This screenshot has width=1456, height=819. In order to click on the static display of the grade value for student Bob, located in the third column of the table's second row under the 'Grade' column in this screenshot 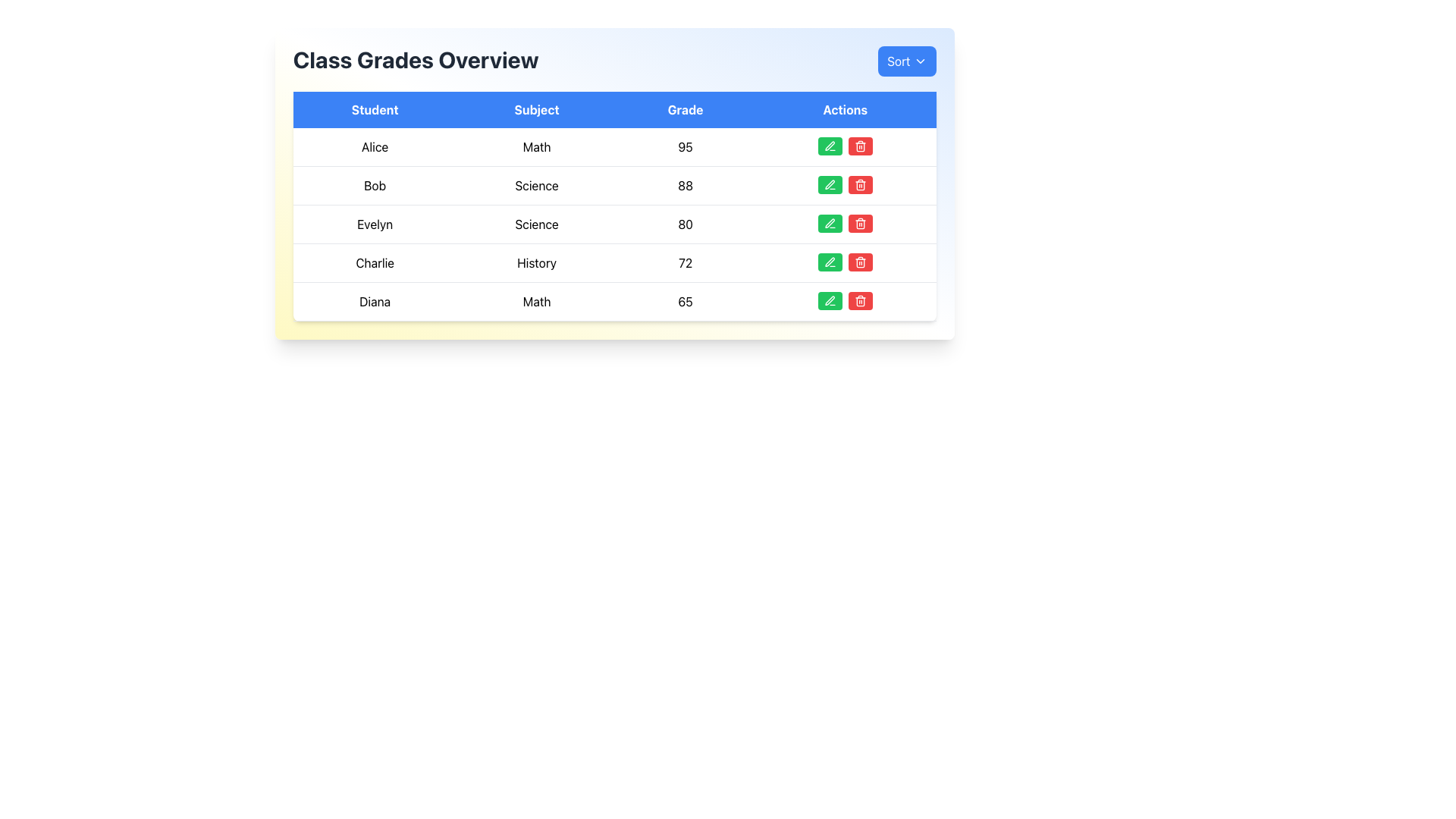, I will do `click(685, 185)`.